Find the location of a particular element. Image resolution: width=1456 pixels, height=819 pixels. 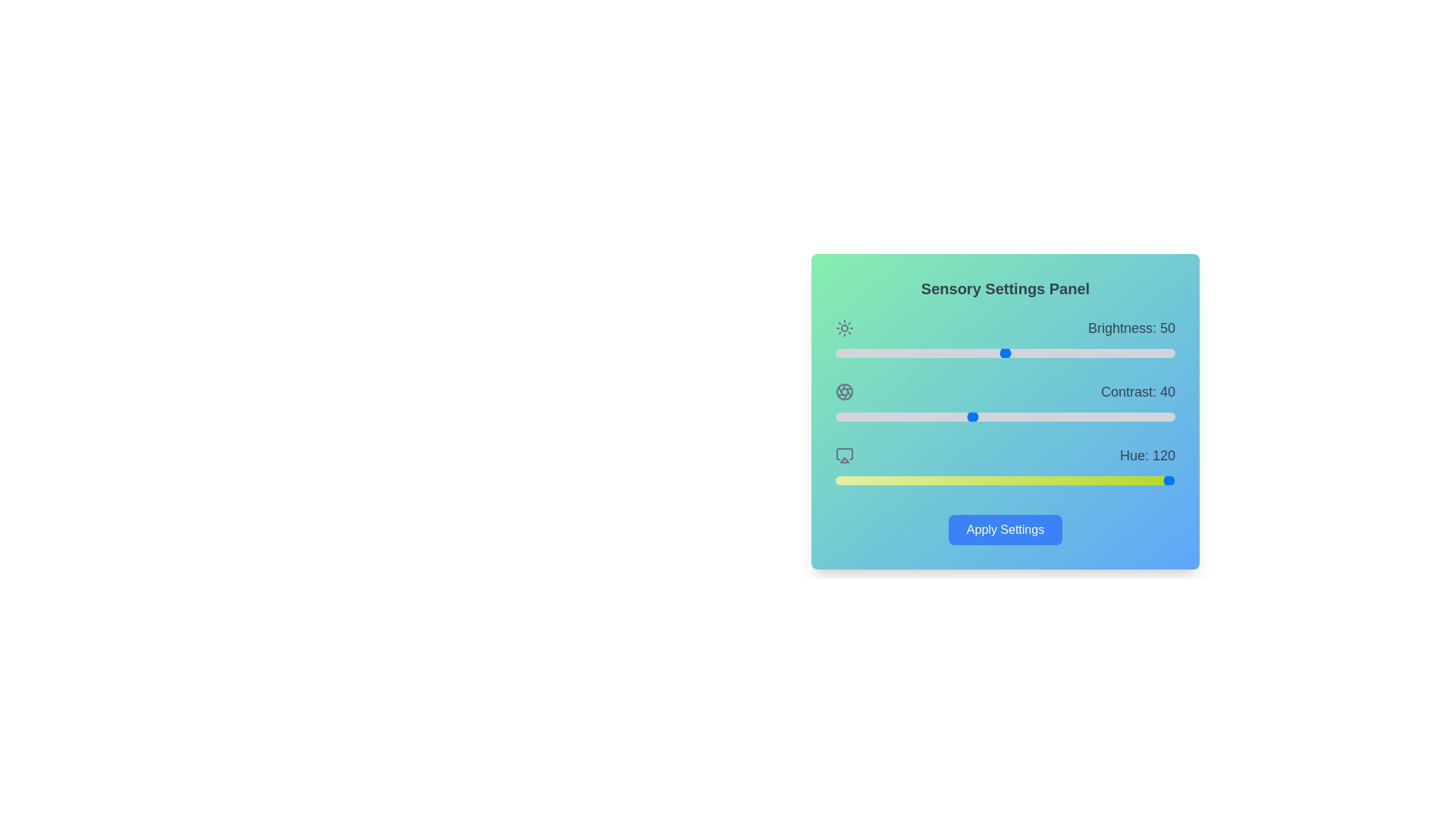

the hue slider to 301 is located at coordinates (1119, 480).